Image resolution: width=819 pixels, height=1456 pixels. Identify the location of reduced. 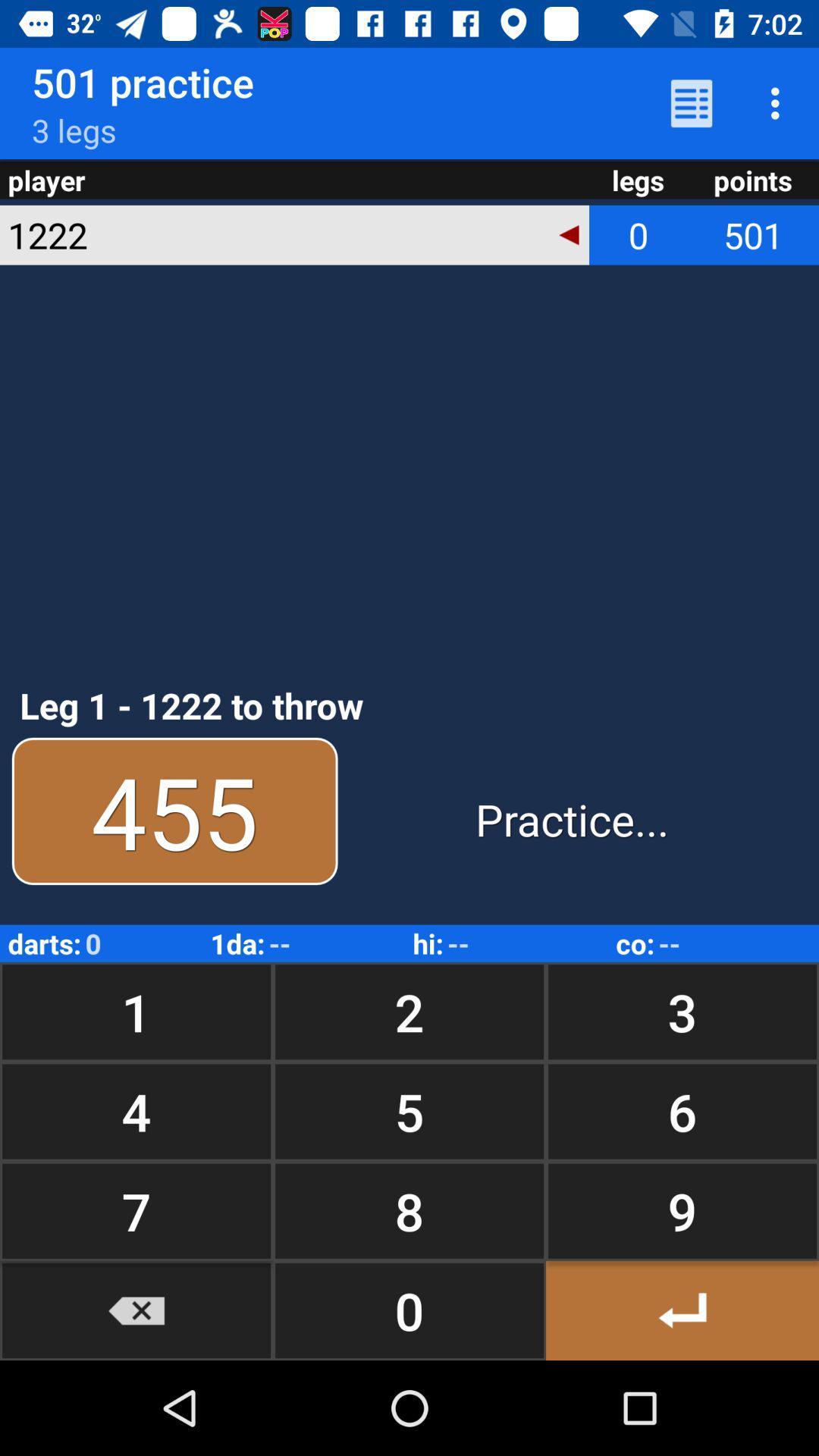
(136, 1310).